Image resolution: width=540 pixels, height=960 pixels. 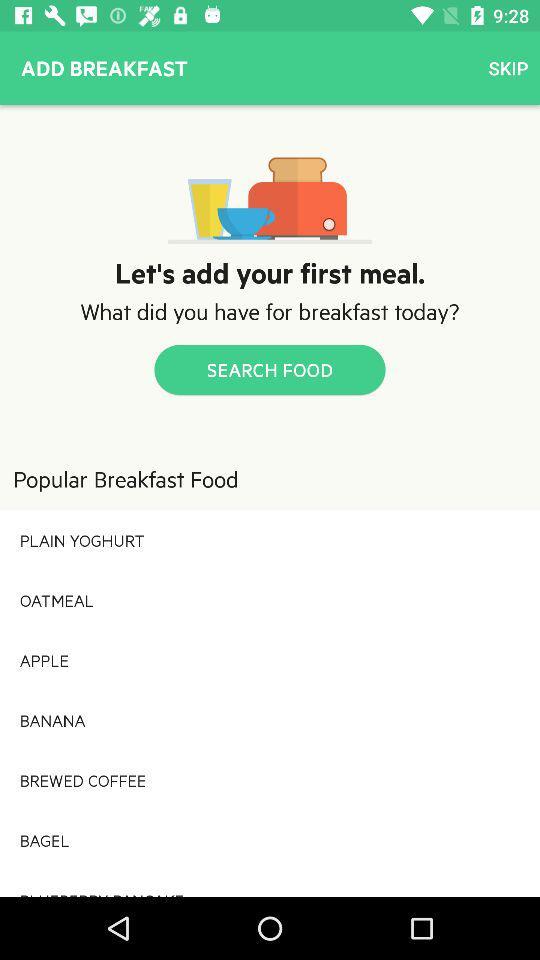 What do you see at coordinates (270, 368) in the screenshot?
I see `search food item` at bounding box center [270, 368].